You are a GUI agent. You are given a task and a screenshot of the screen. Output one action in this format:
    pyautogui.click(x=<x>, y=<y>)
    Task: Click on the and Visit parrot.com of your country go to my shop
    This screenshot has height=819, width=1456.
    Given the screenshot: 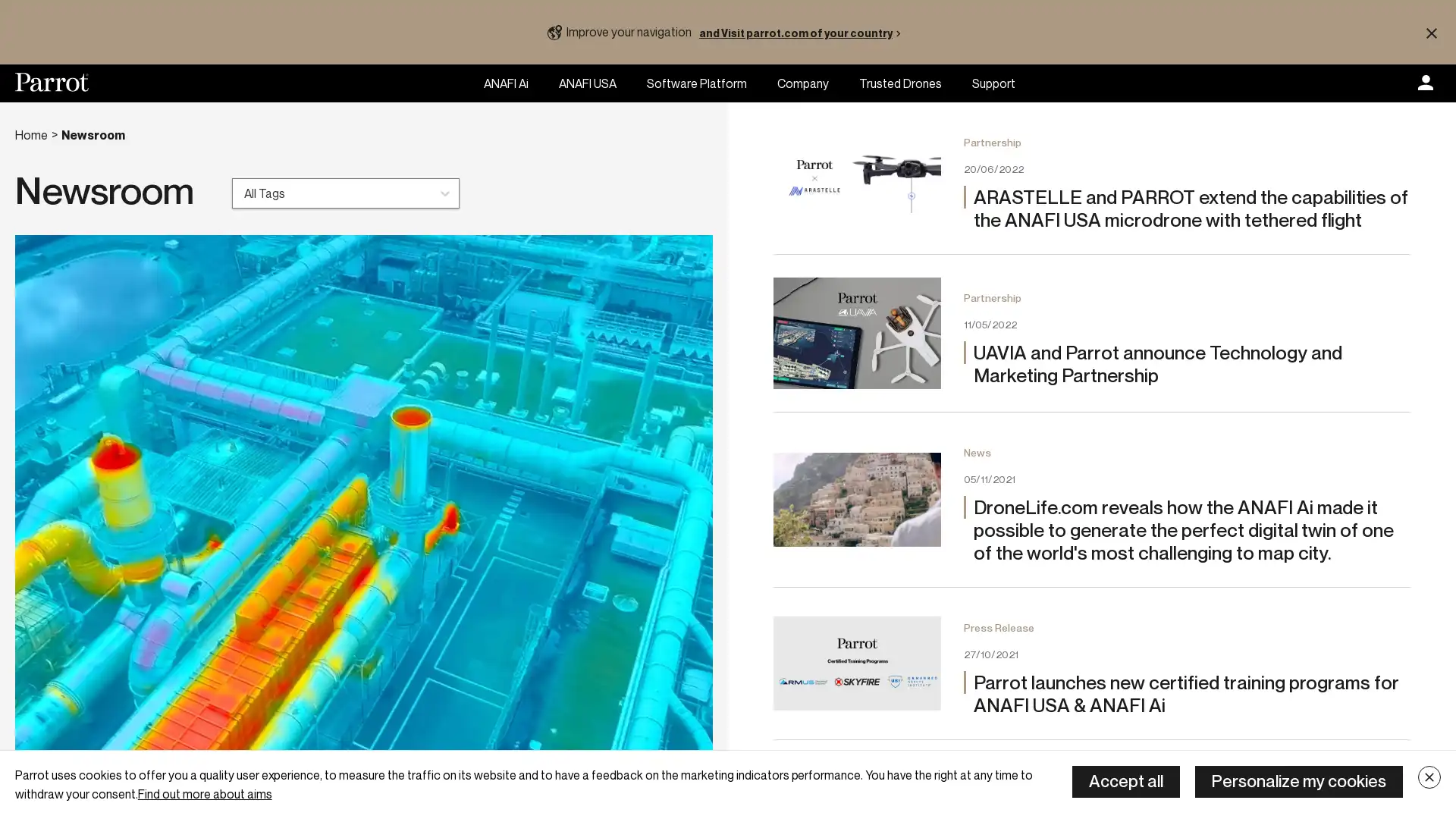 What is the action you would take?
    pyautogui.click(x=802, y=32)
    